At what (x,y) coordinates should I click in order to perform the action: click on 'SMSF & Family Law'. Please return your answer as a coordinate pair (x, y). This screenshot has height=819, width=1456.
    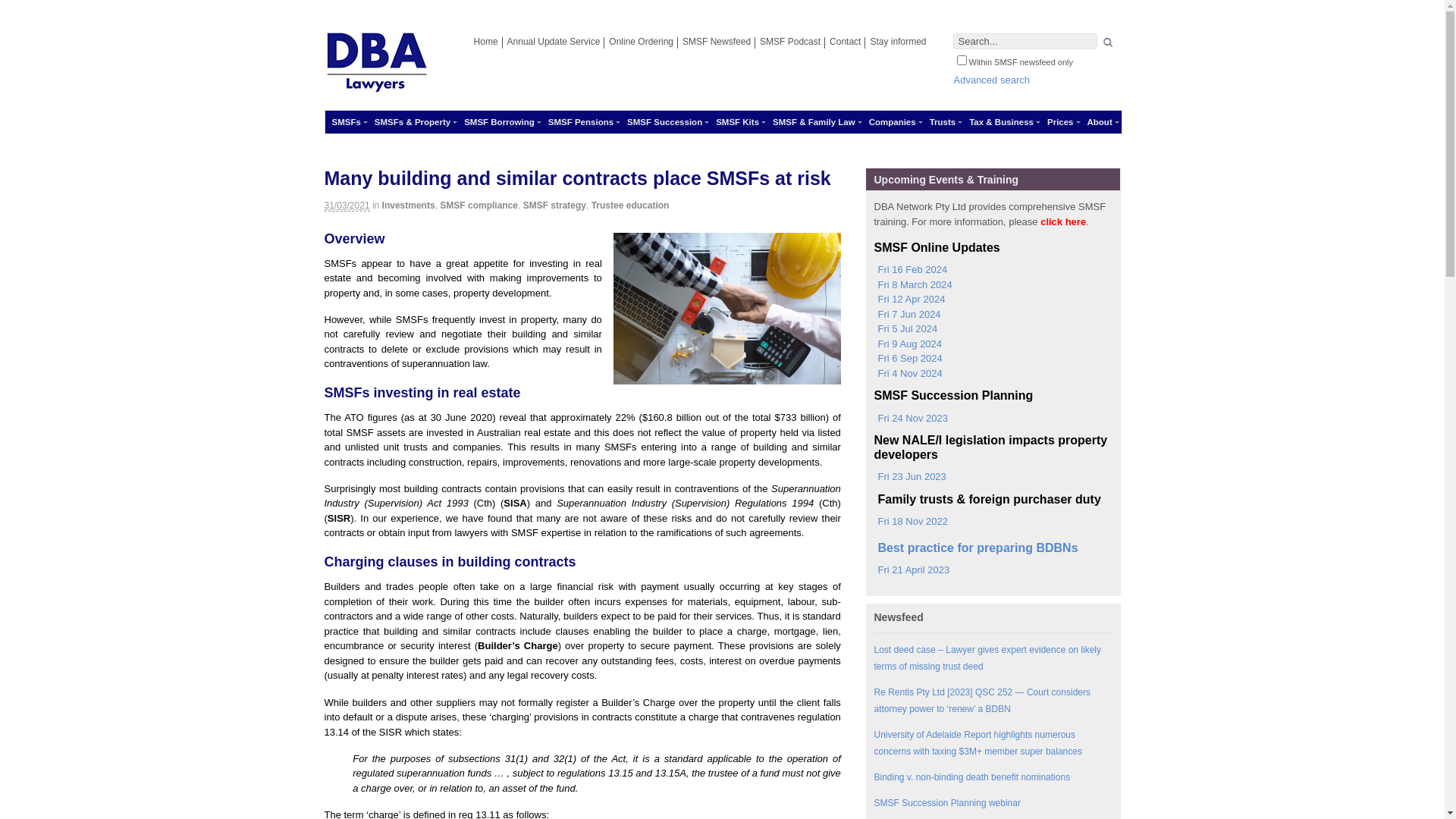
    Looking at the image, I should click on (765, 121).